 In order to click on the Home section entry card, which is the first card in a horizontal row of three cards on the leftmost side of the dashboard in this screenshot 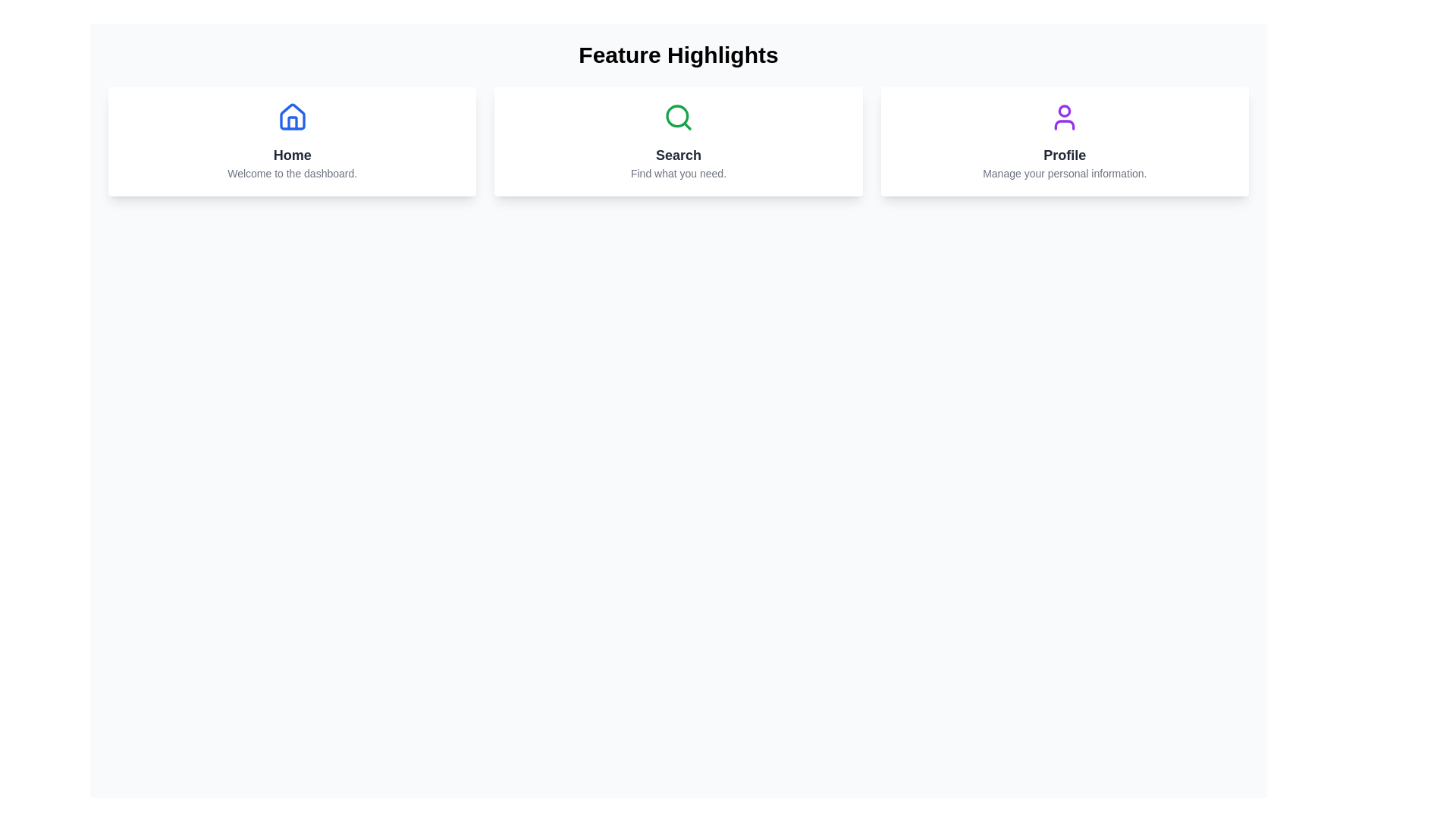, I will do `click(292, 141)`.